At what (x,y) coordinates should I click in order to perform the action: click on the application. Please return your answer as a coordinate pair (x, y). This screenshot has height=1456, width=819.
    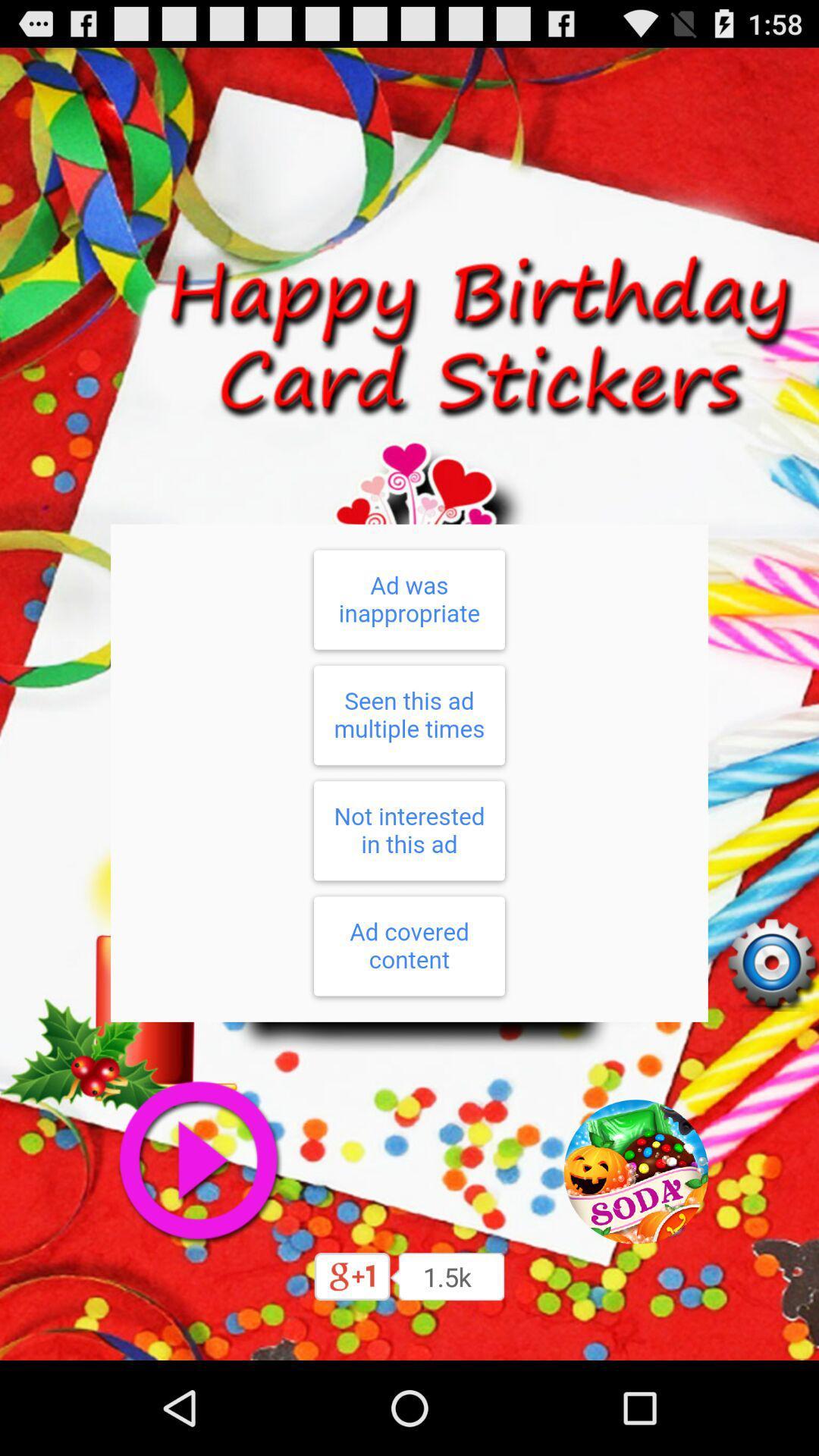
    Looking at the image, I should click on (197, 1160).